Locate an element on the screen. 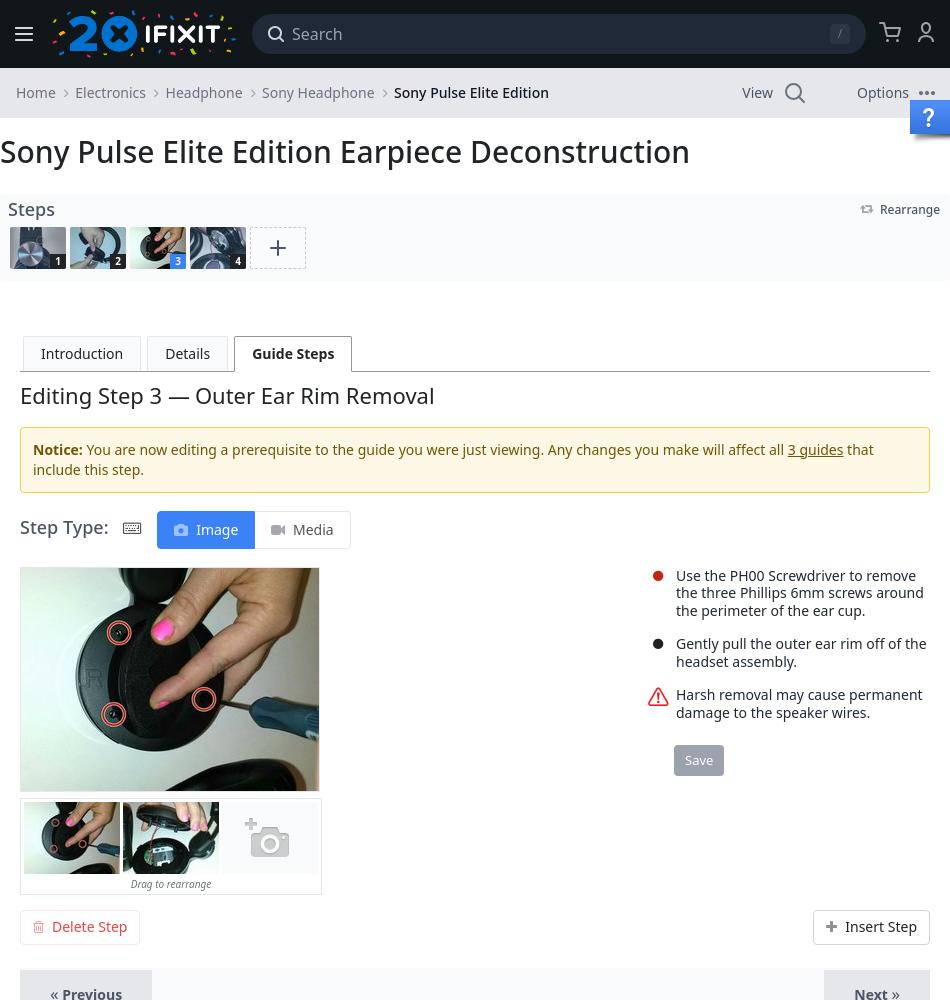 The width and height of the screenshot is (950, 1000). 'You are now editing a prerequisite to the guide you were just viewing. Any changes you make will affect all' is located at coordinates (433, 447).